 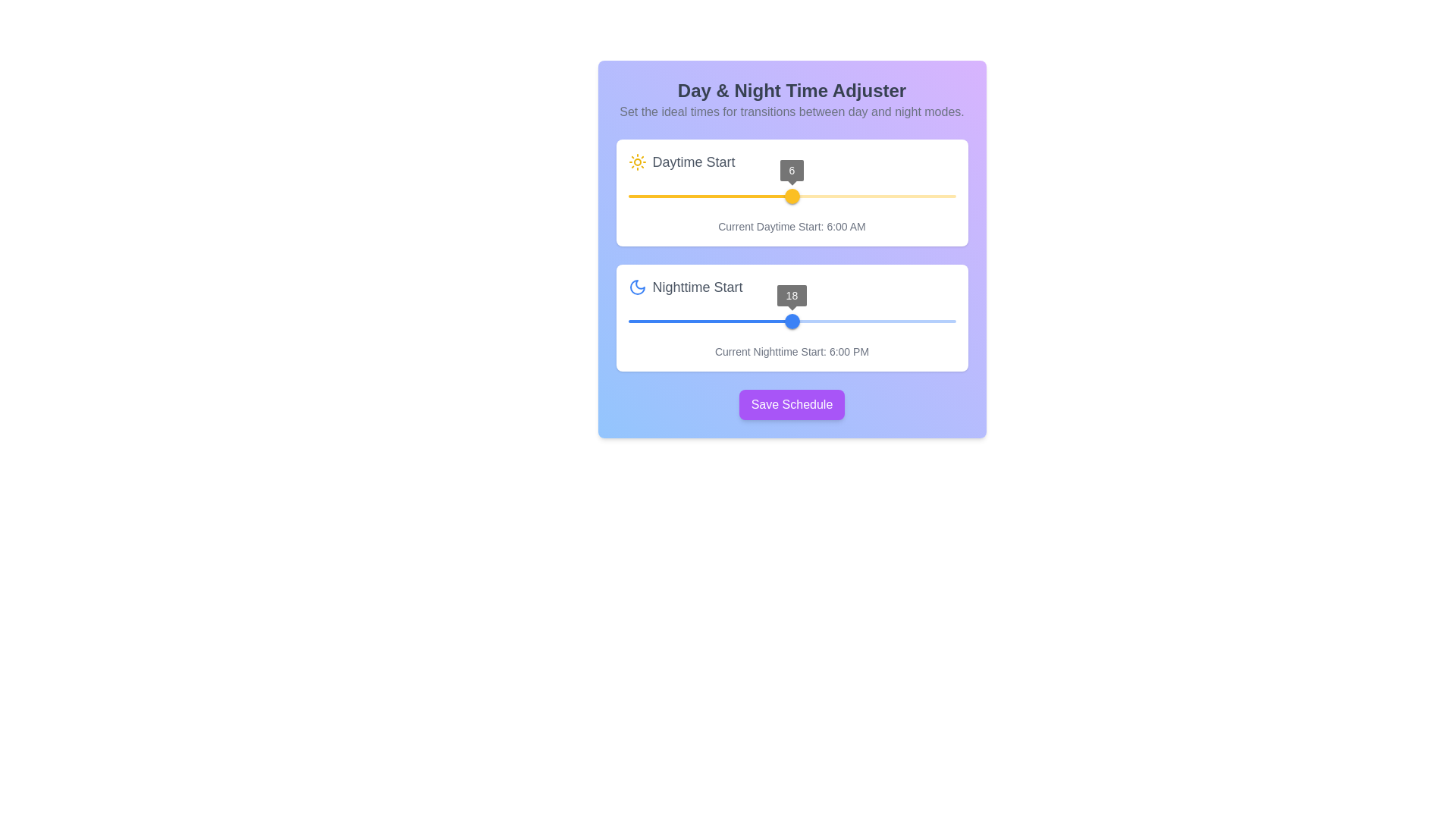 I want to click on the nighttime start hour, so click(x=733, y=303).